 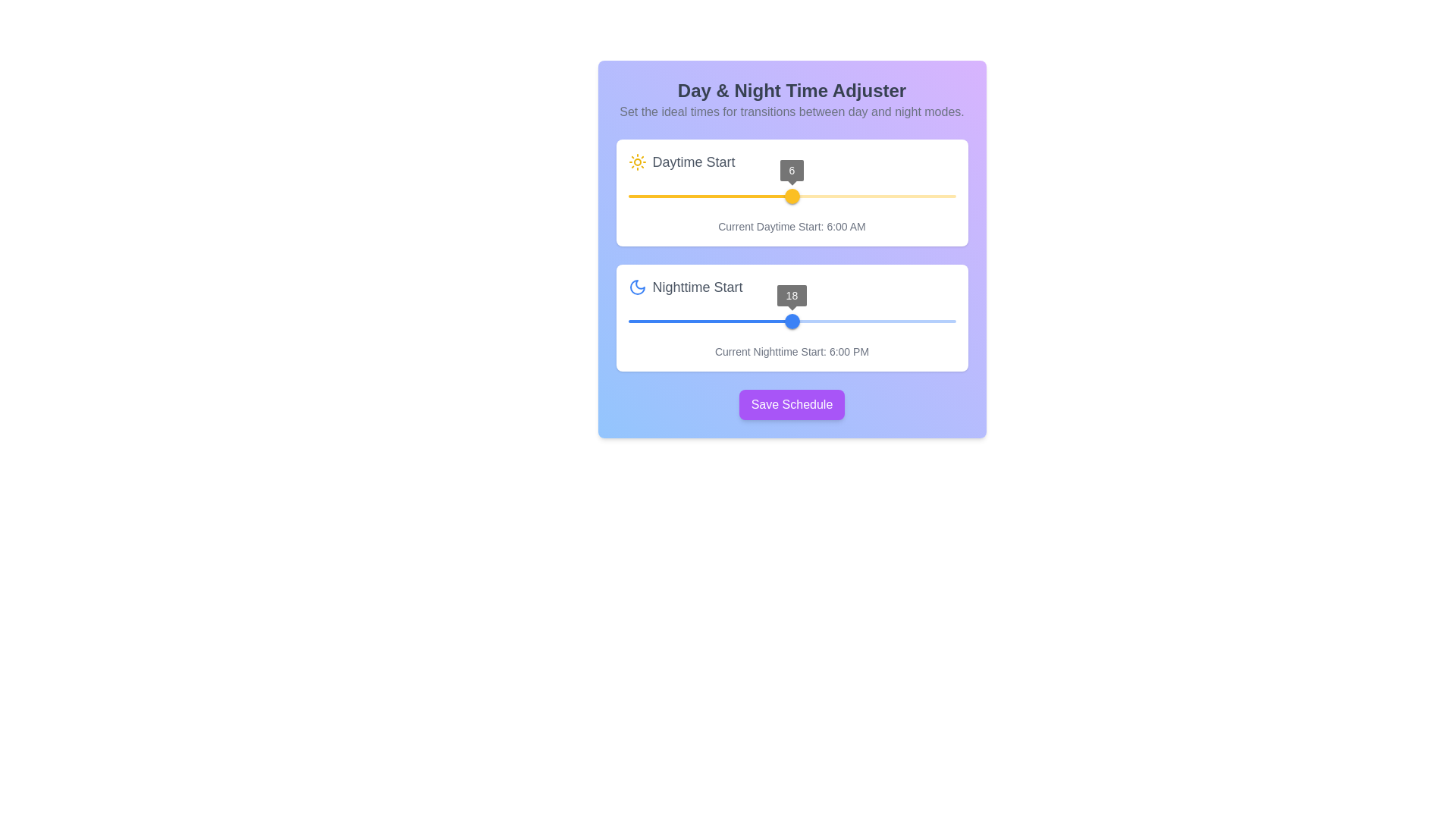 I want to click on the nighttime start hour, so click(x=733, y=303).